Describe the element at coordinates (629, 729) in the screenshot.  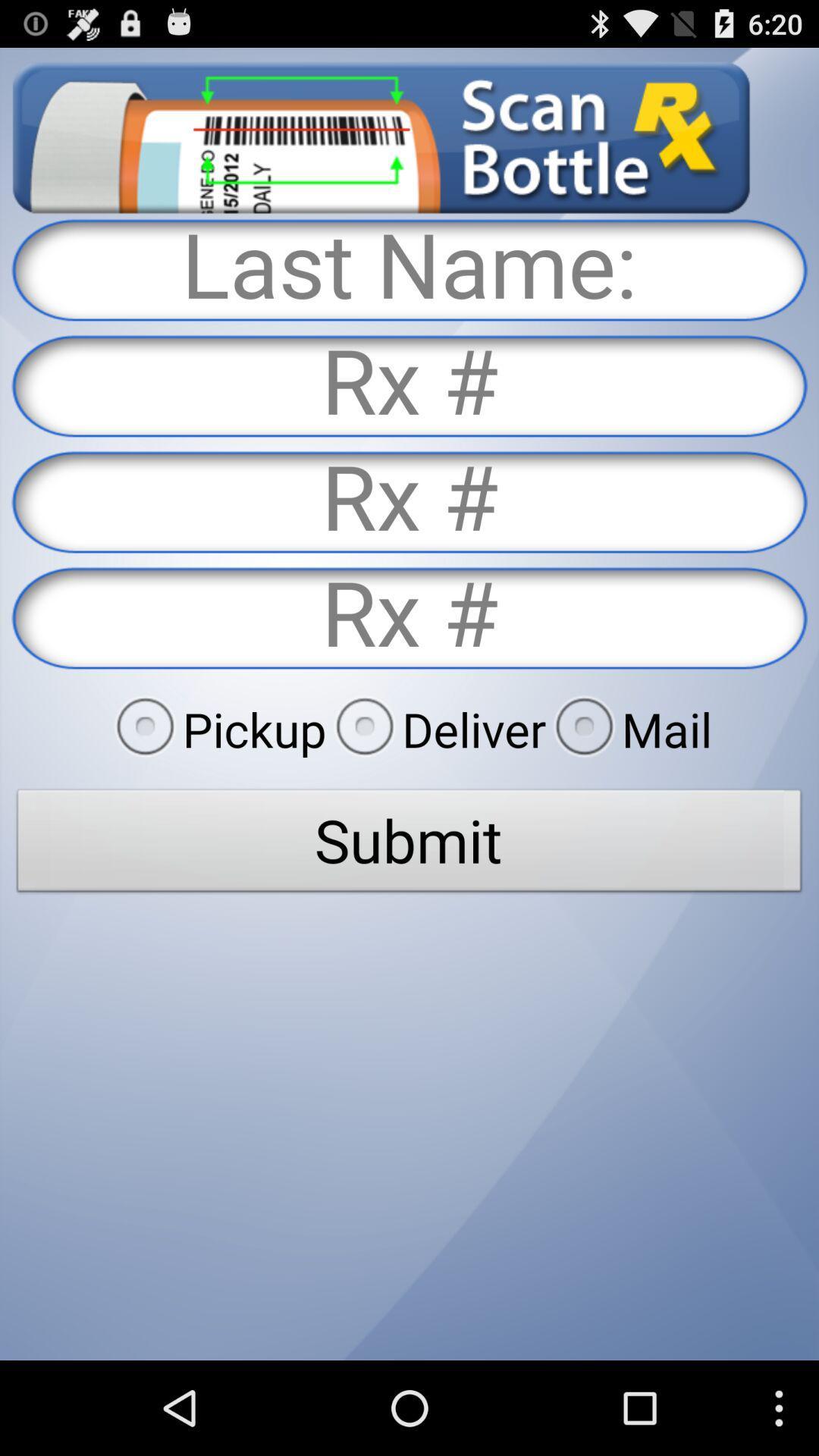
I see `the radio button to the right of the deliver item` at that location.